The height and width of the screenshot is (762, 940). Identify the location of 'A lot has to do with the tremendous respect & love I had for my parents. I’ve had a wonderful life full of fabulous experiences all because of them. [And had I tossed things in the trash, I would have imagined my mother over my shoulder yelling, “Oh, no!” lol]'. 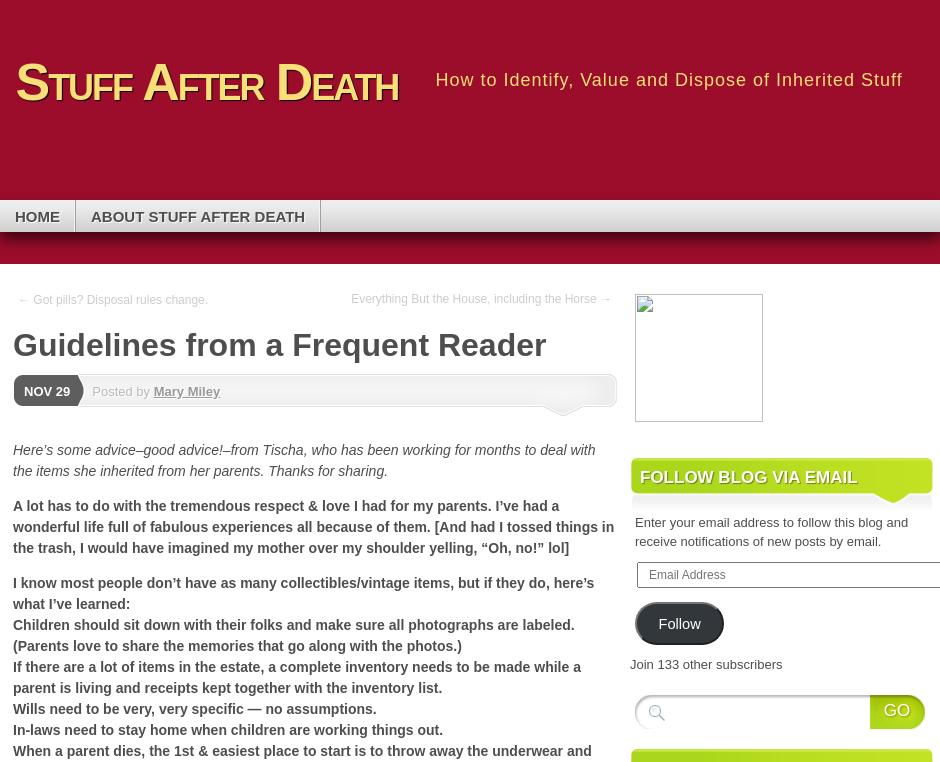
(312, 525).